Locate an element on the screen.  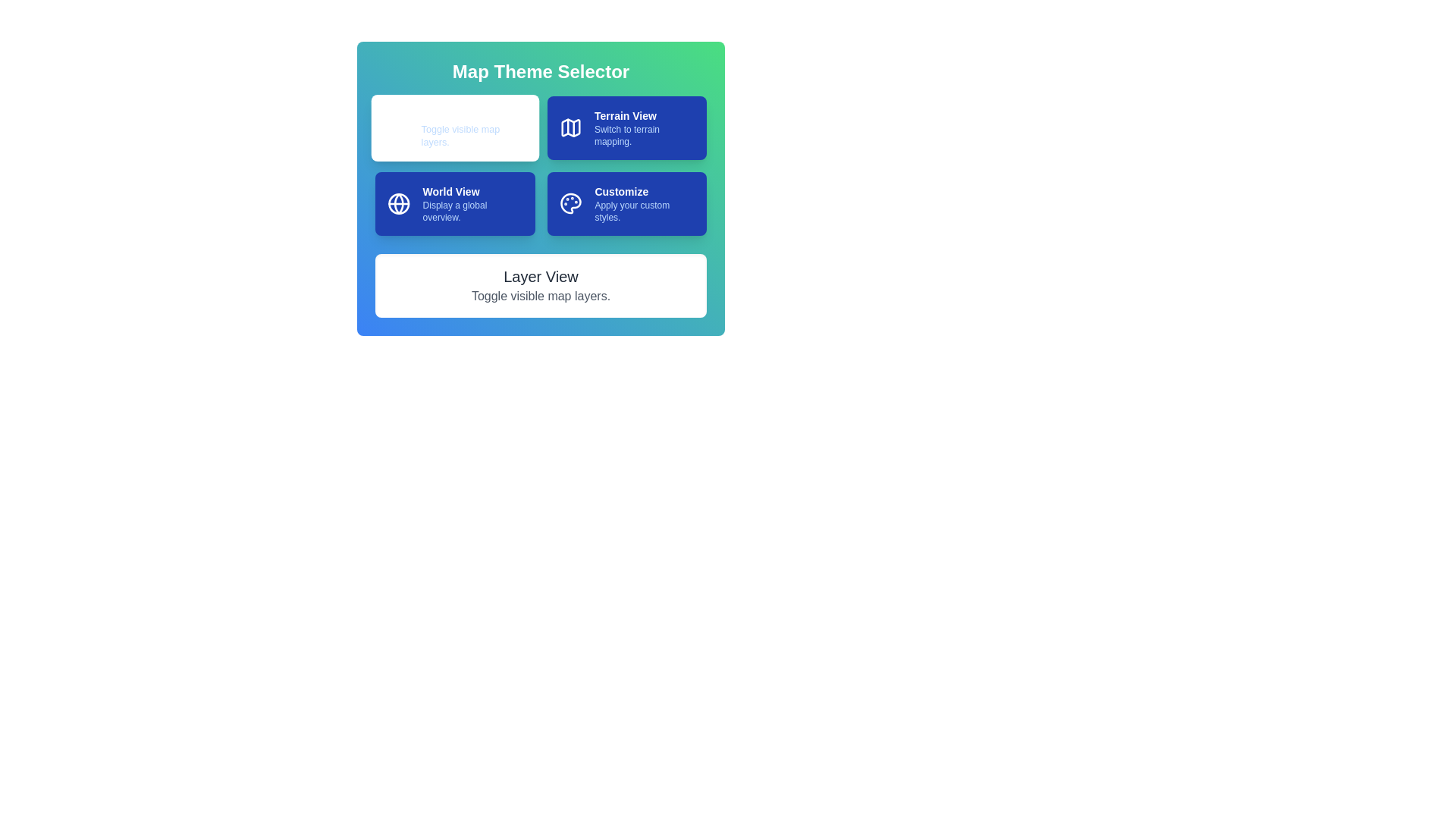
the secondary label that explains the functionality of the 'Terrain View' option, located in the second cell of the grid in the 'Map Theme Selector' panel is located at coordinates (644, 134).